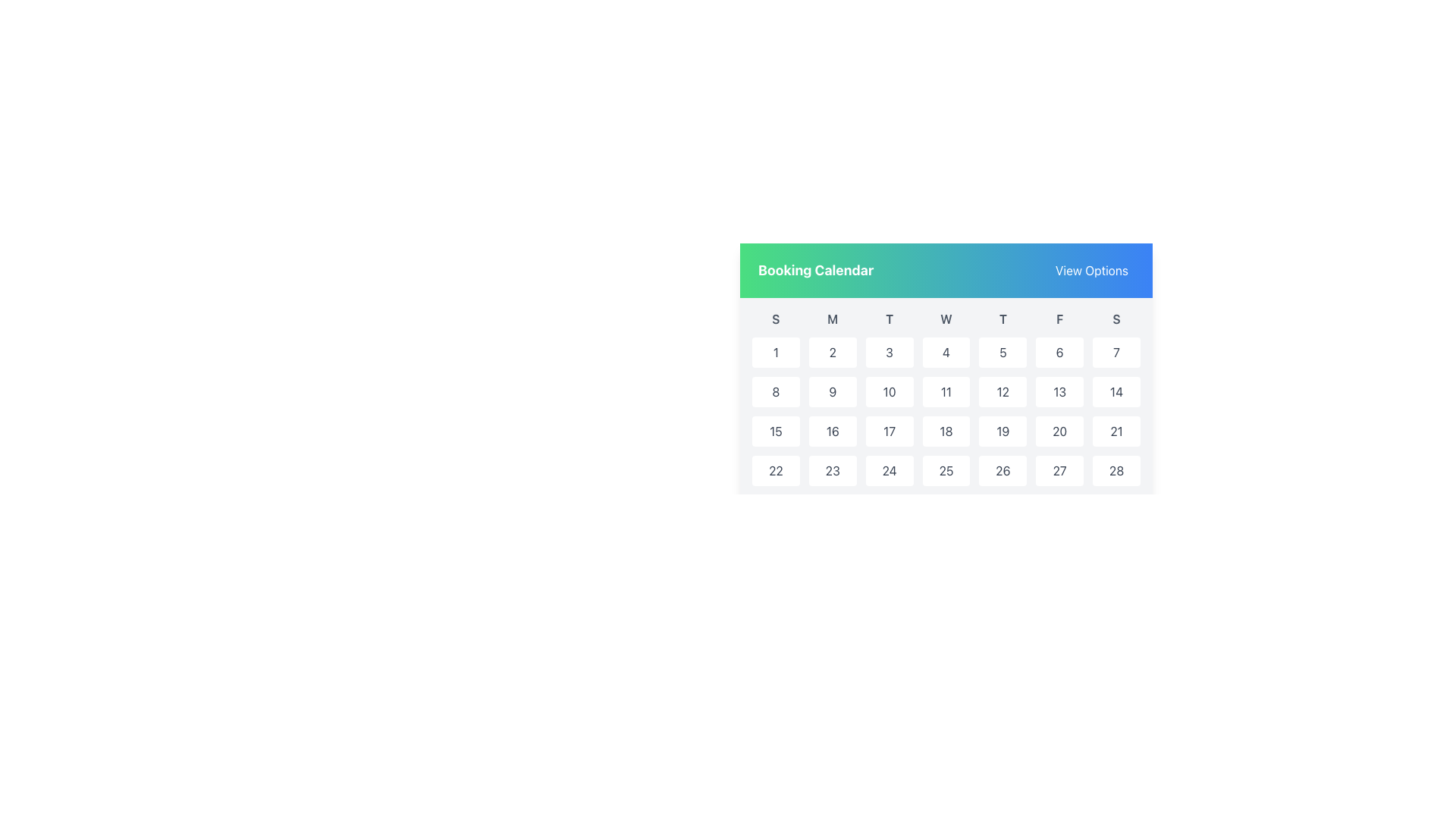  What do you see at coordinates (1116, 353) in the screenshot?
I see `the numeral '7' text label, which is bold, light gray, and located in the upper section of the calendar grid, specifically the seventh square in the first row under the 'S' column header` at bounding box center [1116, 353].